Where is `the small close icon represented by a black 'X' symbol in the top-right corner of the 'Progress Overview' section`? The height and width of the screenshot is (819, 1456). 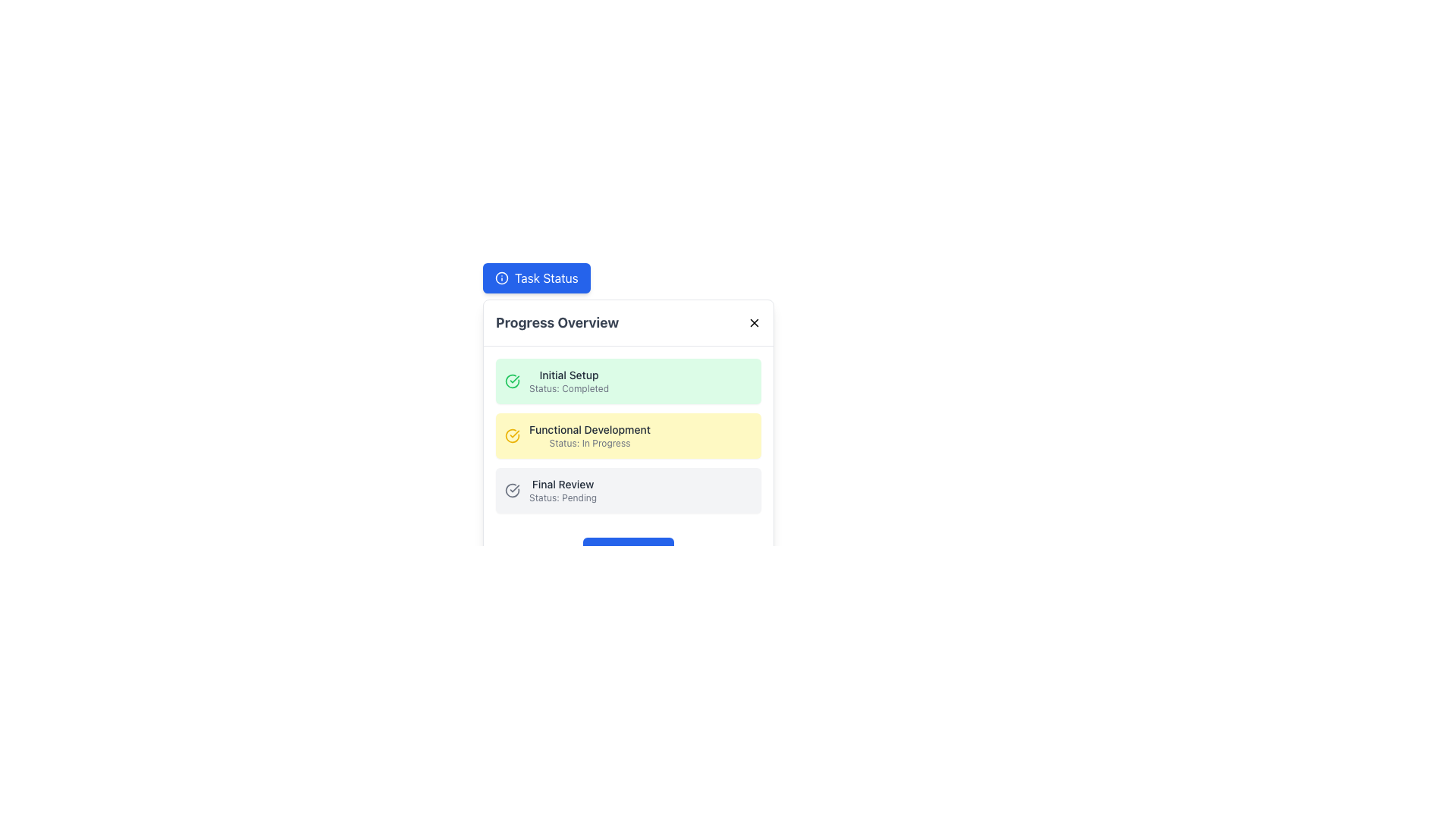 the small close icon represented by a black 'X' symbol in the top-right corner of the 'Progress Overview' section is located at coordinates (754, 322).